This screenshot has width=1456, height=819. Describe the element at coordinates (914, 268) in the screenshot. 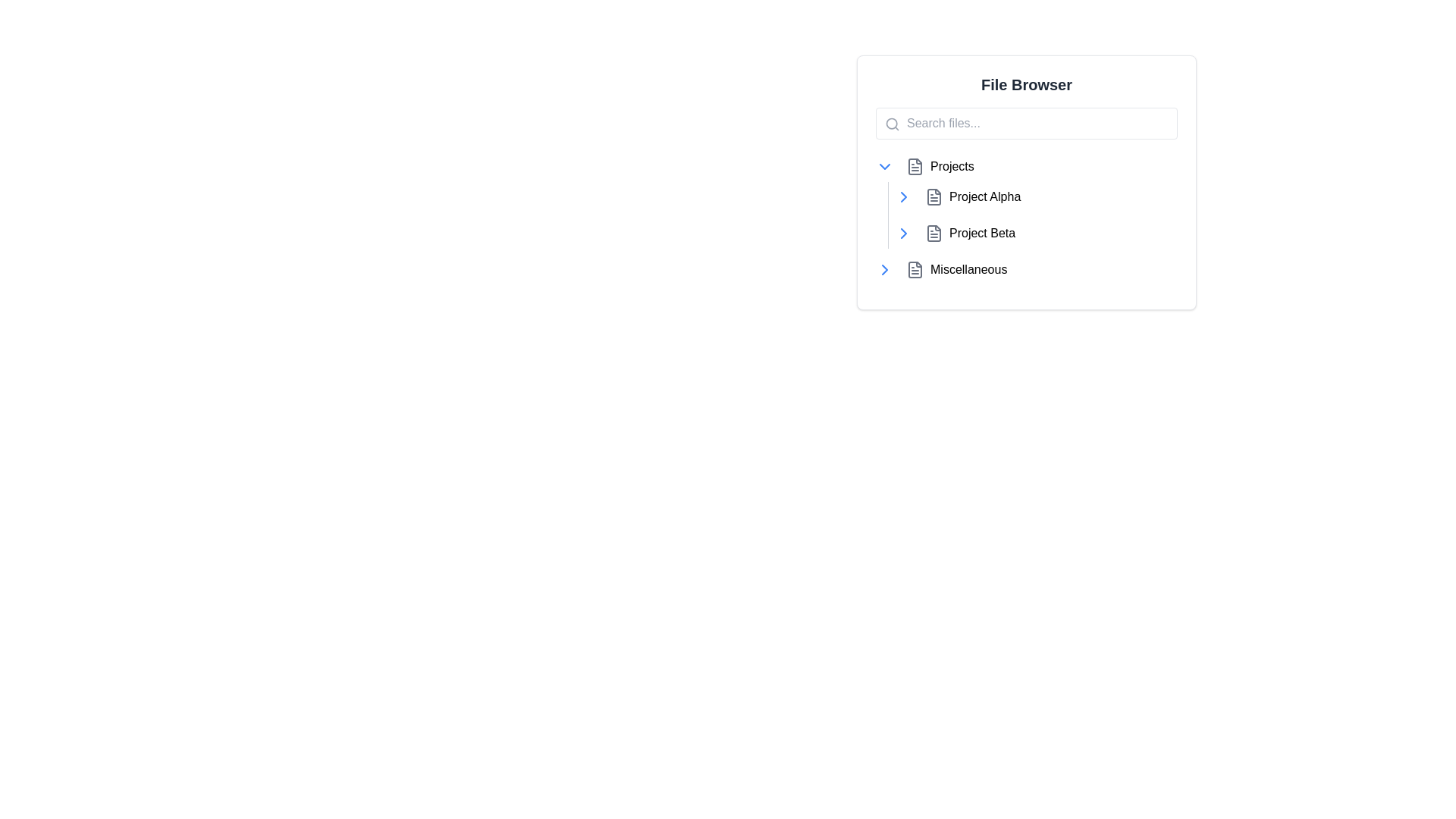

I see `the document icon in the file browser interface, which is styled in gray and located to the left of the 'Miscellaneous' label` at that location.